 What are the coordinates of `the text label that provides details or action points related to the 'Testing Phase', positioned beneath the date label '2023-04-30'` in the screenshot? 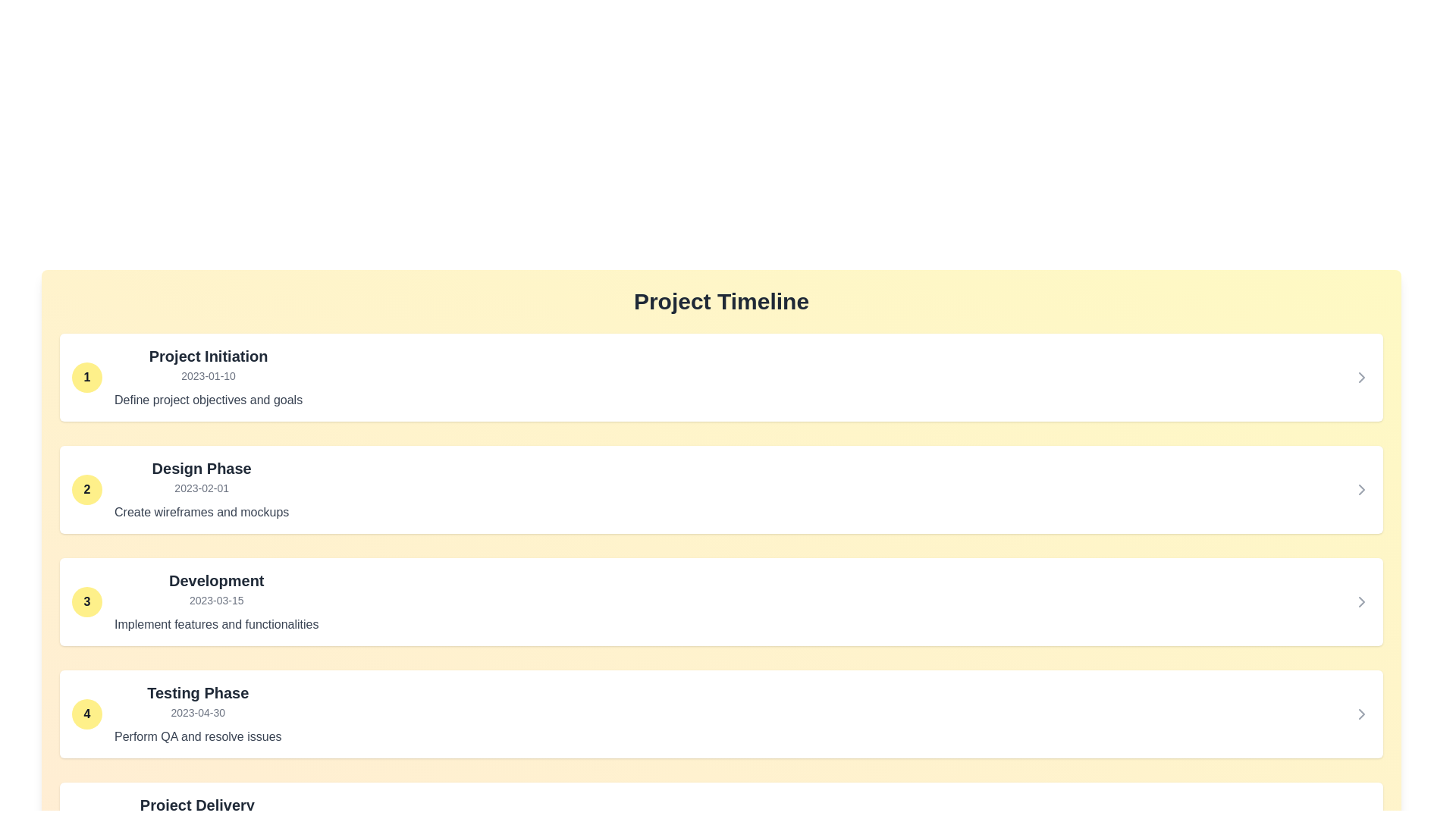 It's located at (197, 736).